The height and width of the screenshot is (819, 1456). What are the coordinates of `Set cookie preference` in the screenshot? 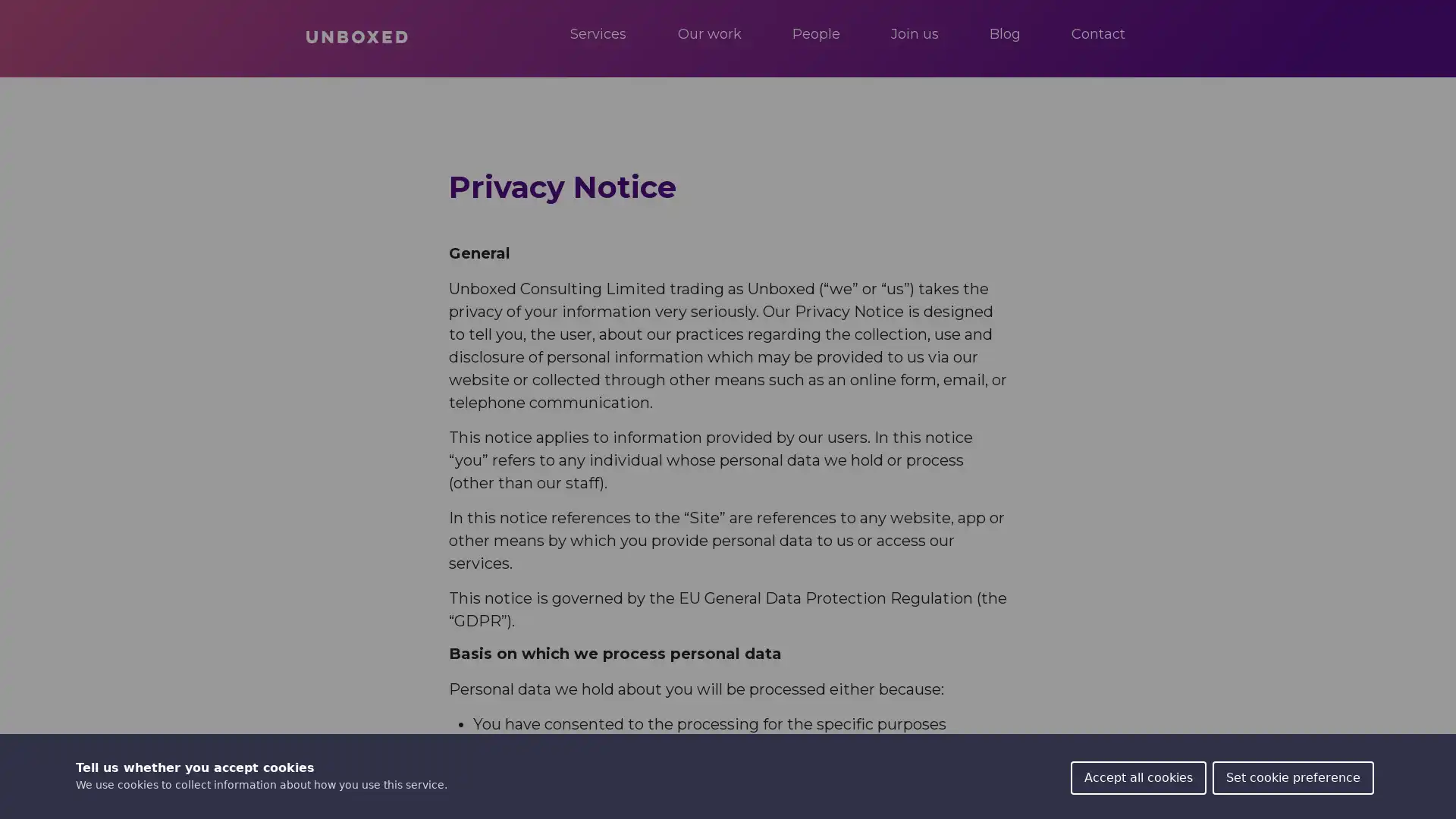 It's located at (1292, 778).